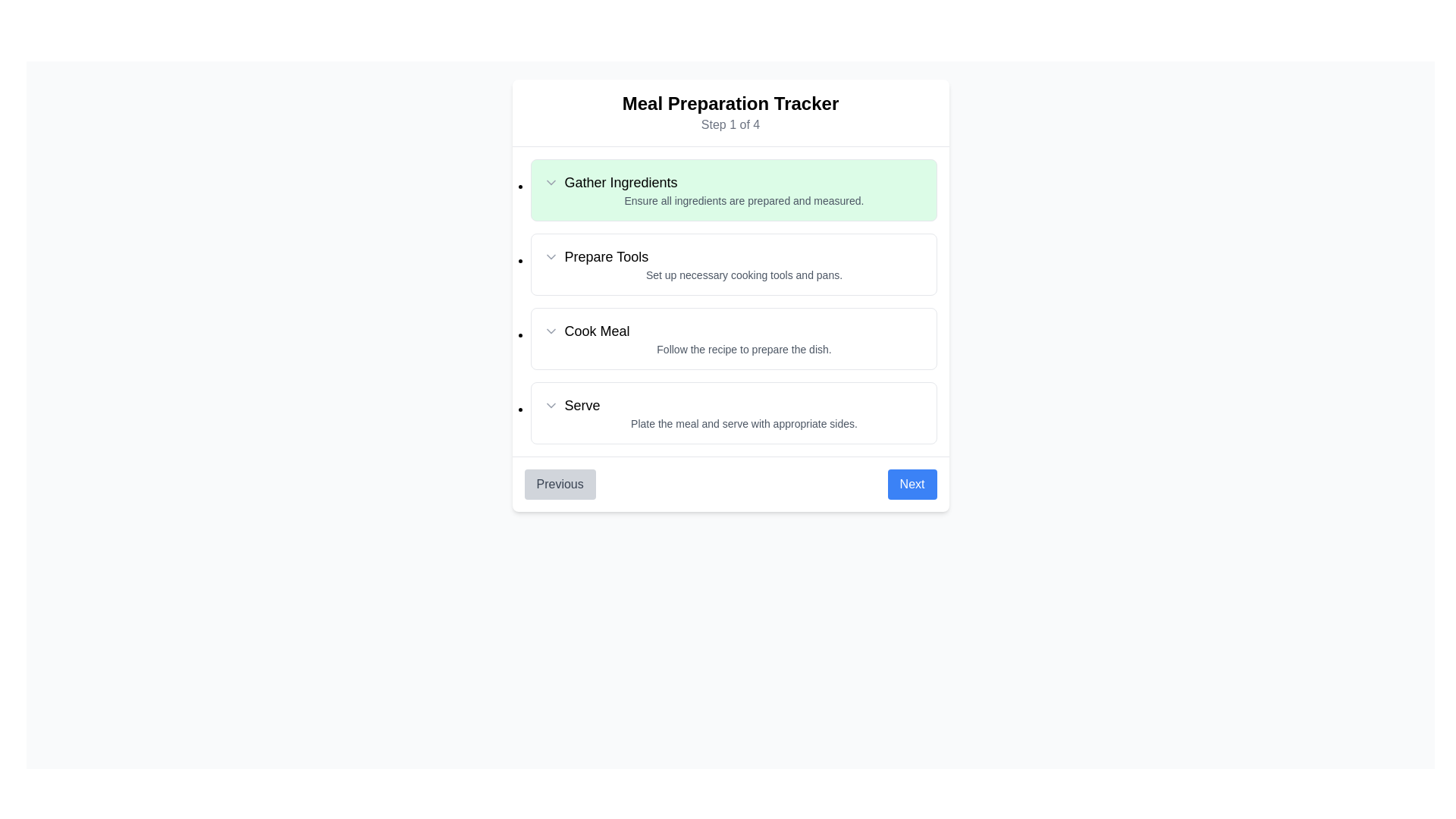 The image size is (1456, 819). What do you see at coordinates (733, 338) in the screenshot?
I see `descriptive text of the list item titled 'Cook Meal' with the description 'Follow the recipe to prepare the dish.'` at bounding box center [733, 338].